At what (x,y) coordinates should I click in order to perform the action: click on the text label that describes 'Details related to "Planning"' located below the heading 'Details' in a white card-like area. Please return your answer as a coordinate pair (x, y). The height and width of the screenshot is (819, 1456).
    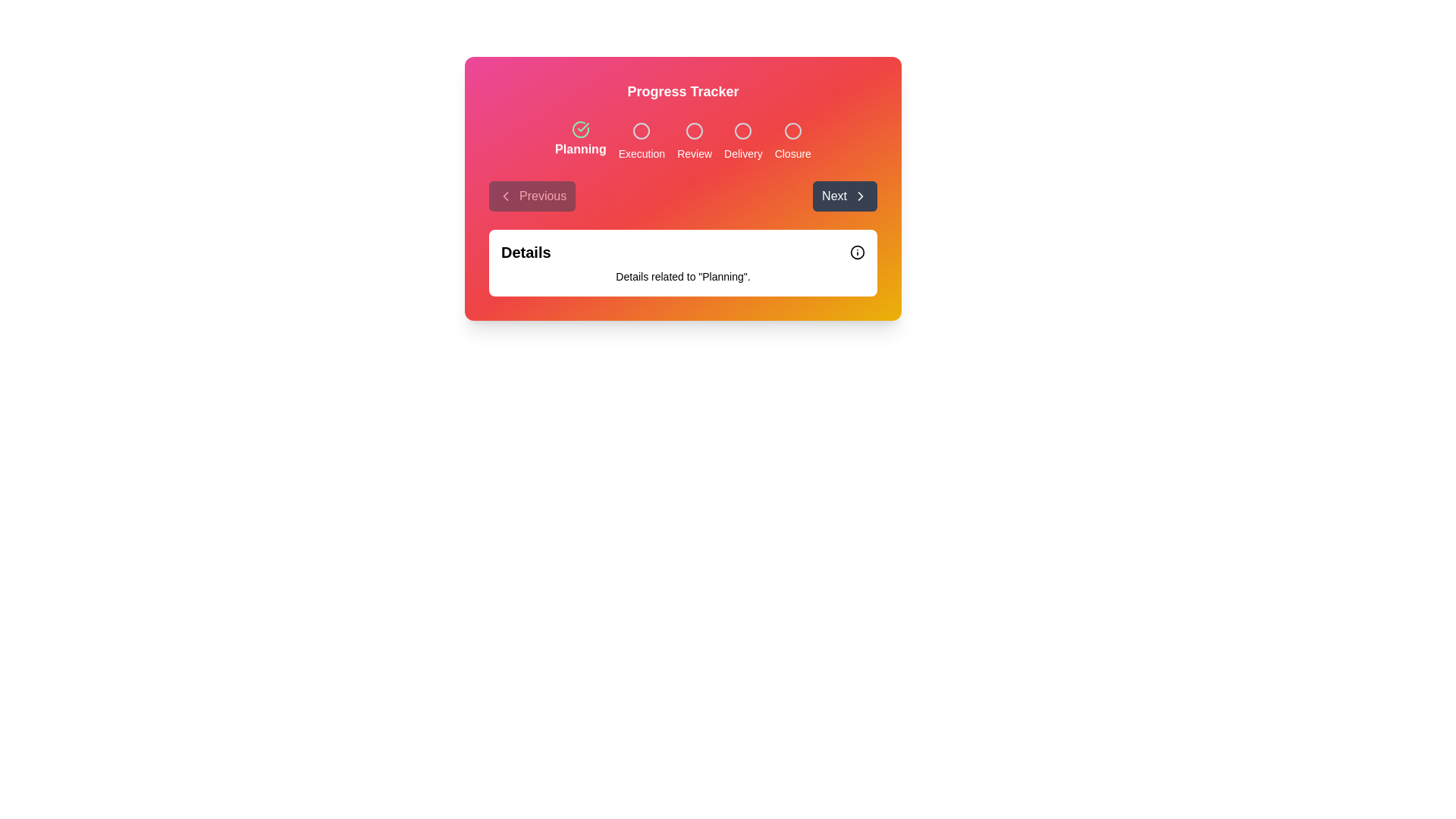
    Looking at the image, I should click on (682, 277).